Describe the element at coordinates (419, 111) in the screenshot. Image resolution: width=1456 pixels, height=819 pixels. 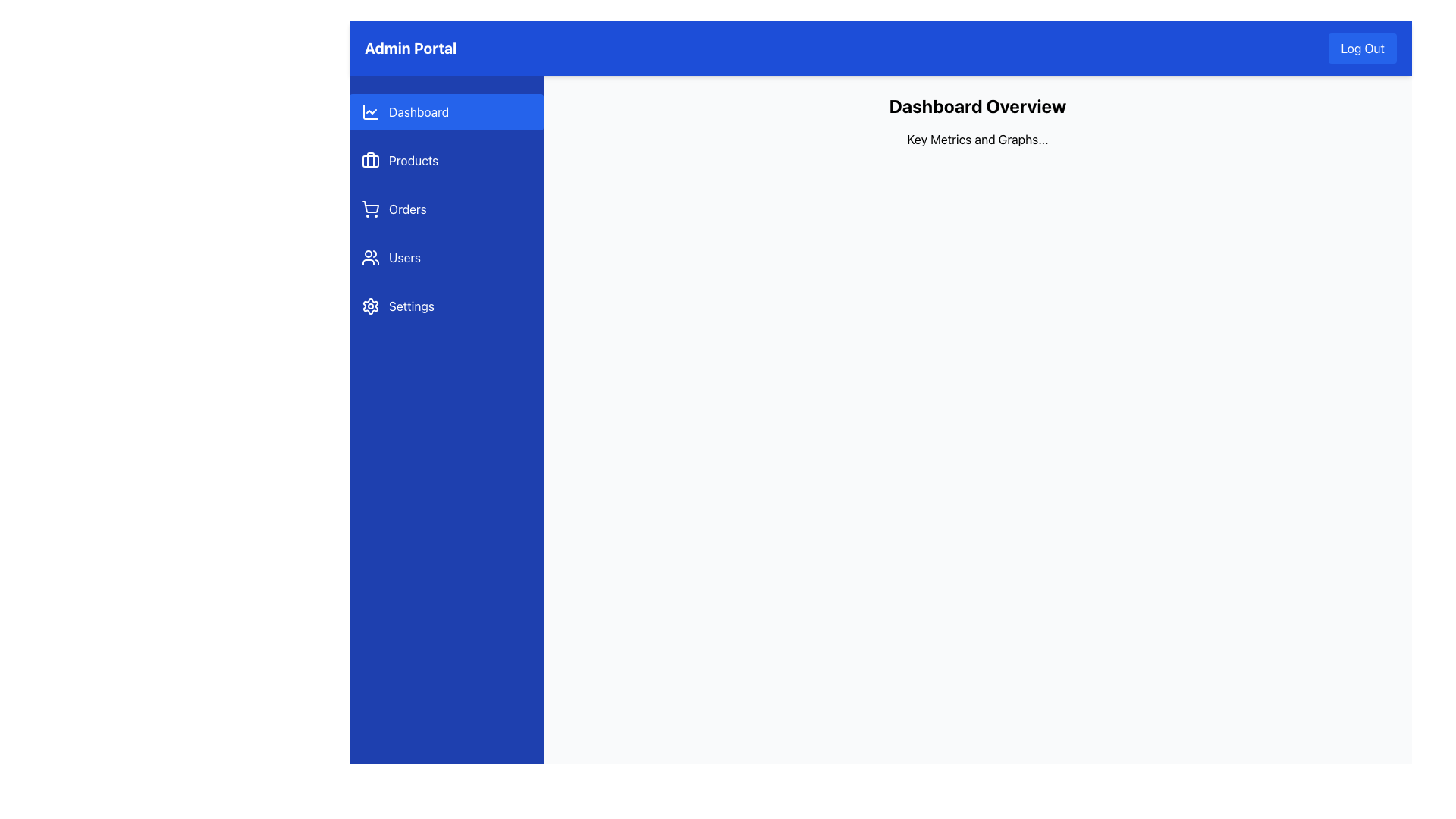
I see `the text label for the dashboard view located in the blue sidebar, beneath the 'Admin Portal' label and to the right of the chart line icon` at that location.